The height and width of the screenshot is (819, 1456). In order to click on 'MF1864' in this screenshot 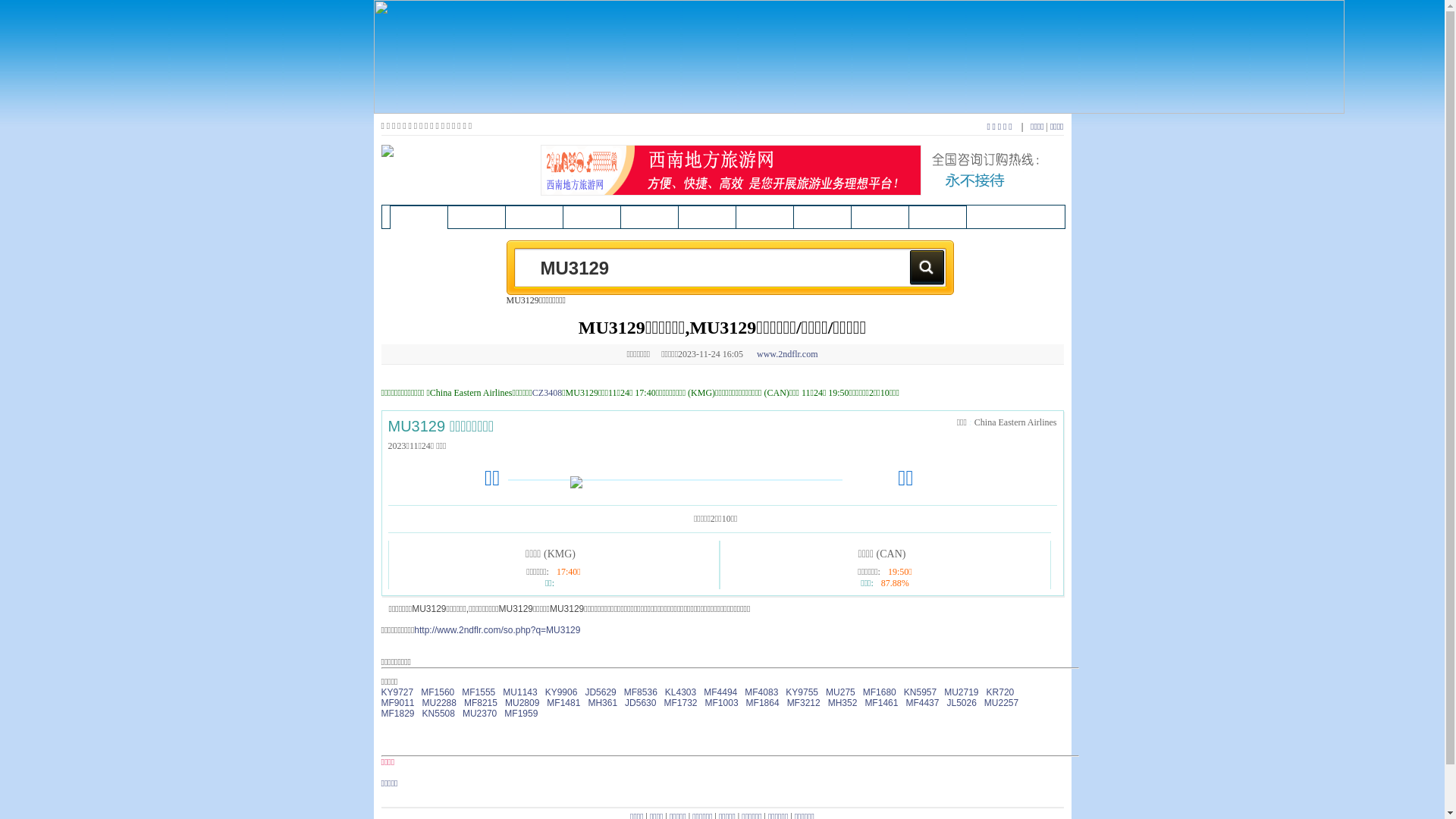, I will do `click(763, 702)`.